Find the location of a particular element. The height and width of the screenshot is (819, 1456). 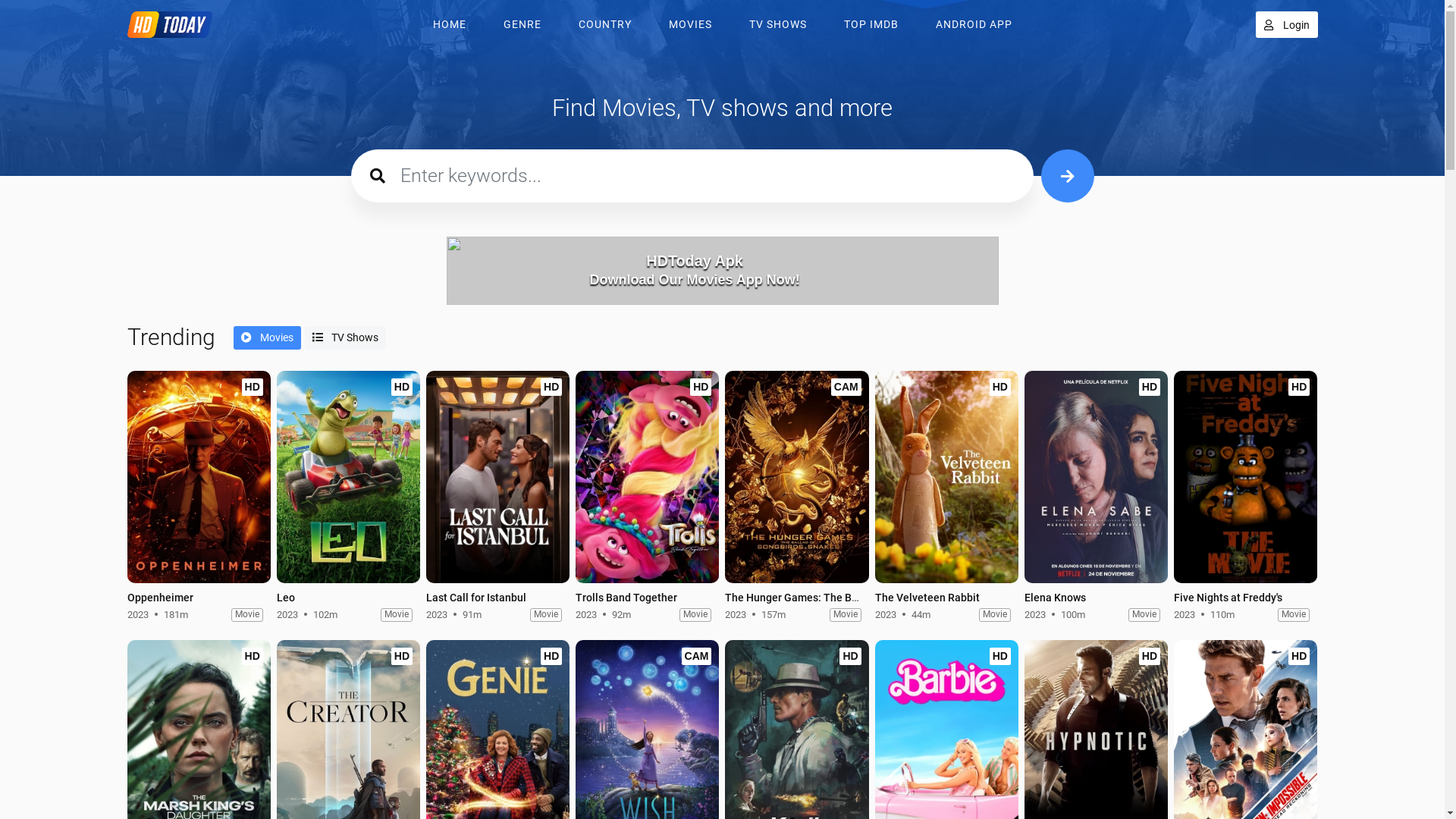

'Oppenheimer' is located at coordinates (127, 475).